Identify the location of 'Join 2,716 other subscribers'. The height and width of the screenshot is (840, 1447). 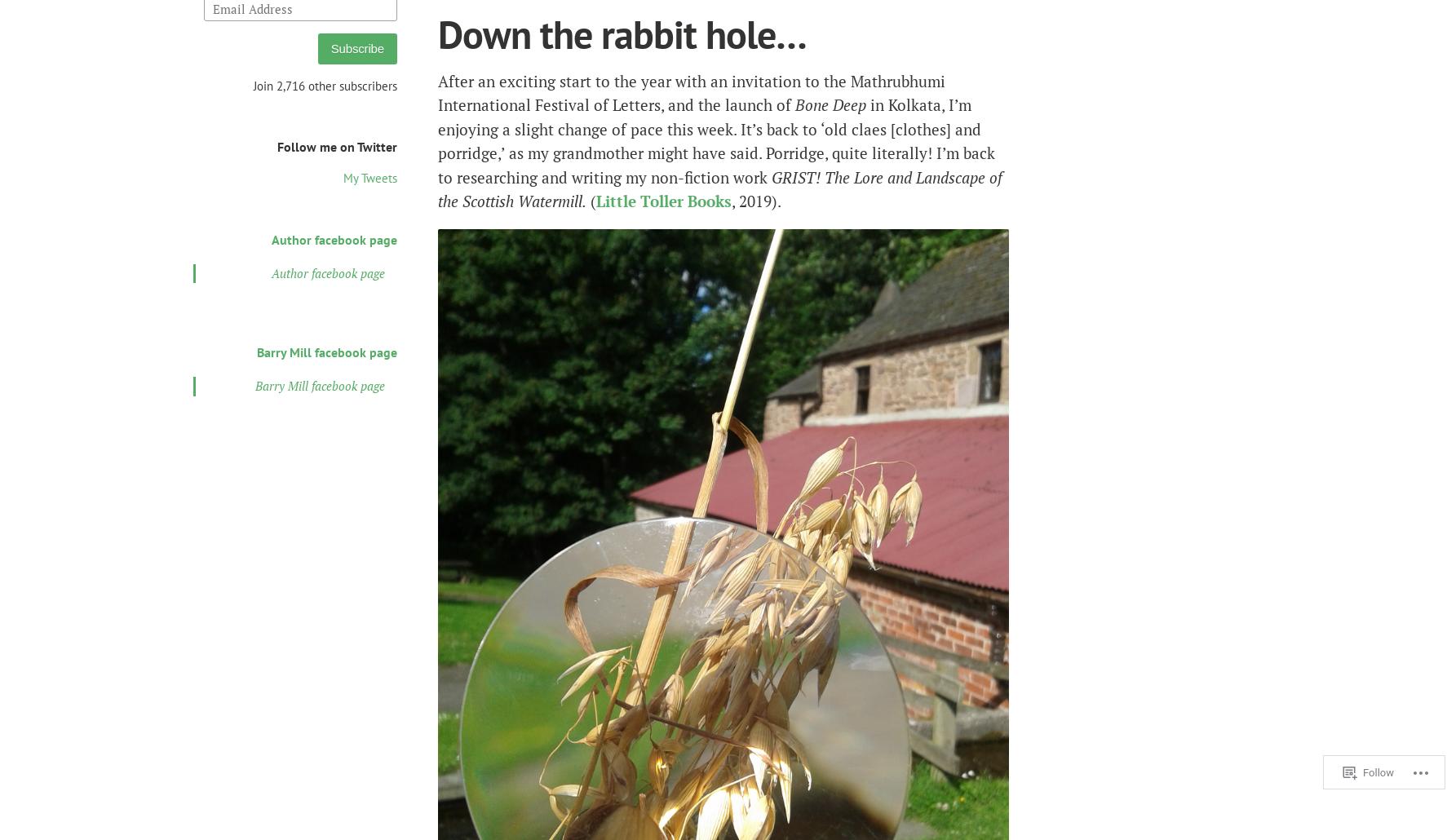
(324, 84).